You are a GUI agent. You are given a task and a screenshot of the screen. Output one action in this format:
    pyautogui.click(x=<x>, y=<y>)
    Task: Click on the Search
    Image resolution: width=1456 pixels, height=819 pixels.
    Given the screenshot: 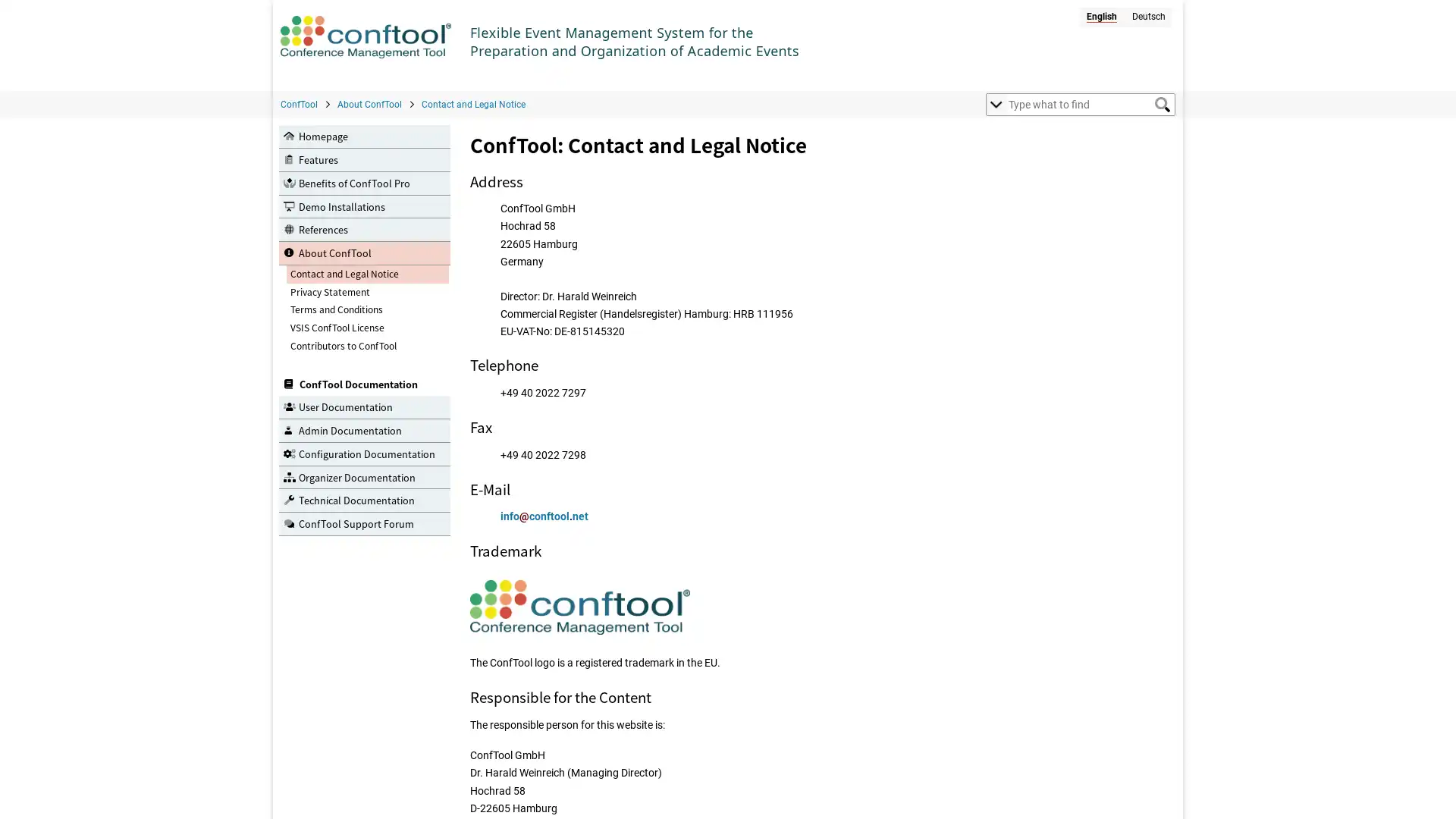 What is the action you would take?
    pyautogui.click(x=1161, y=104)
    